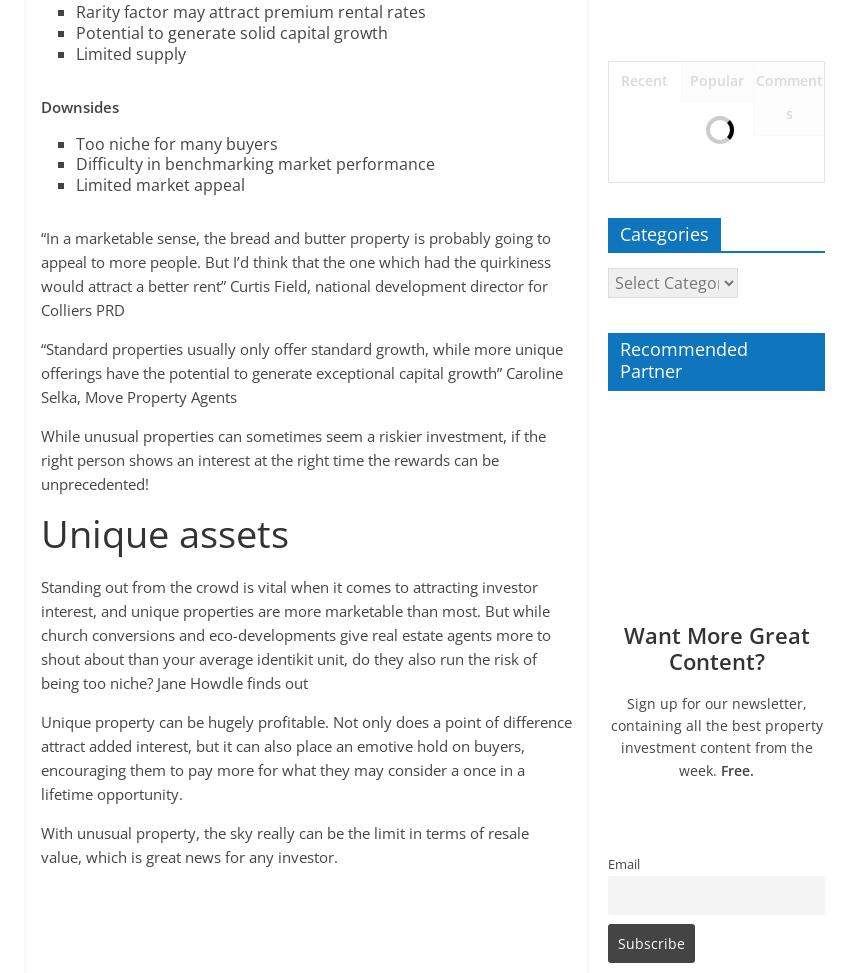 The image size is (851, 973). Describe the element at coordinates (38, 843) in the screenshot. I see `'With unusual property, the sky really can be the limit in terms of resale value, which is great news for any investor.'` at that location.